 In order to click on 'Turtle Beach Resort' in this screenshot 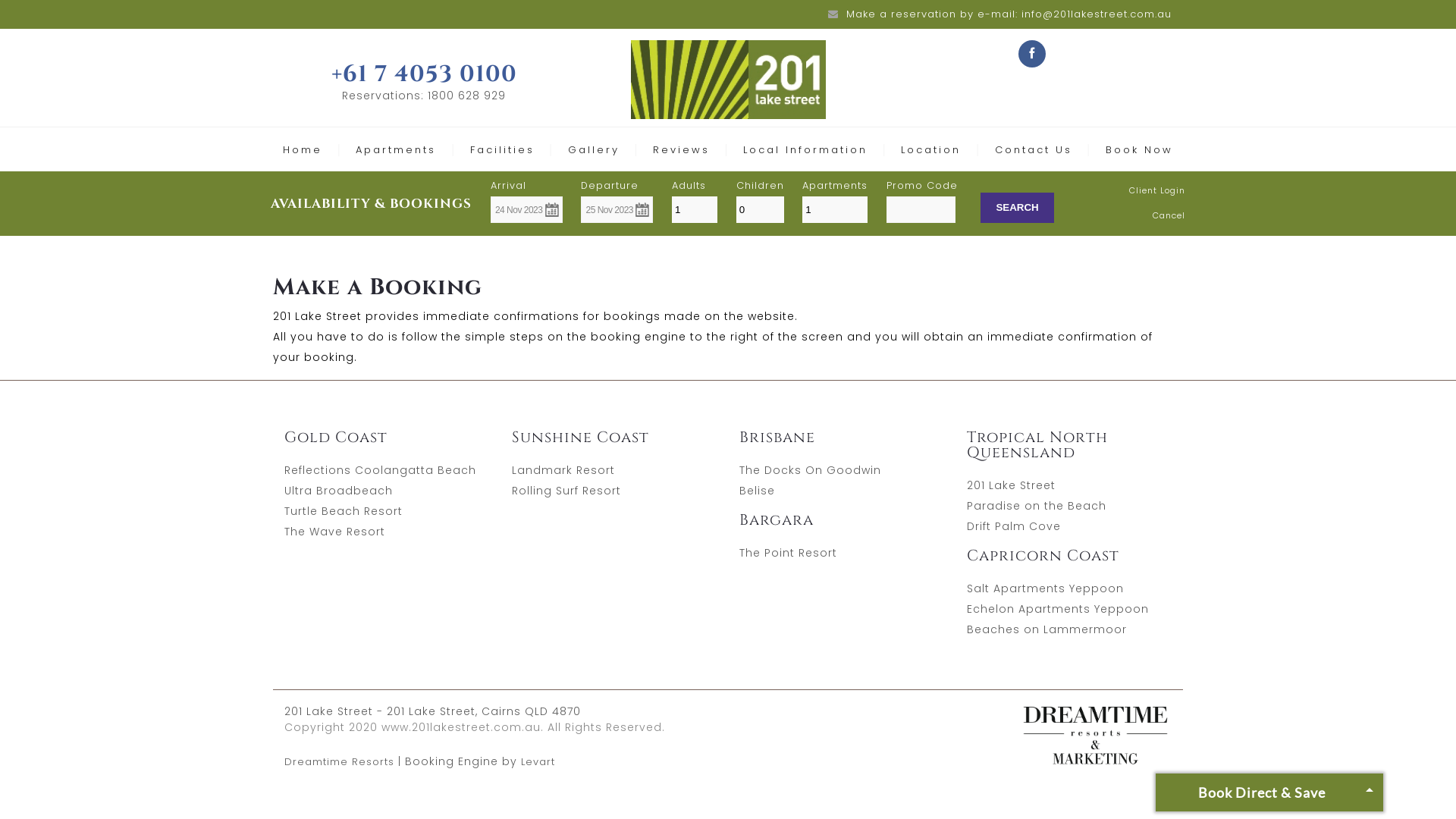, I will do `click(342, 511)`.